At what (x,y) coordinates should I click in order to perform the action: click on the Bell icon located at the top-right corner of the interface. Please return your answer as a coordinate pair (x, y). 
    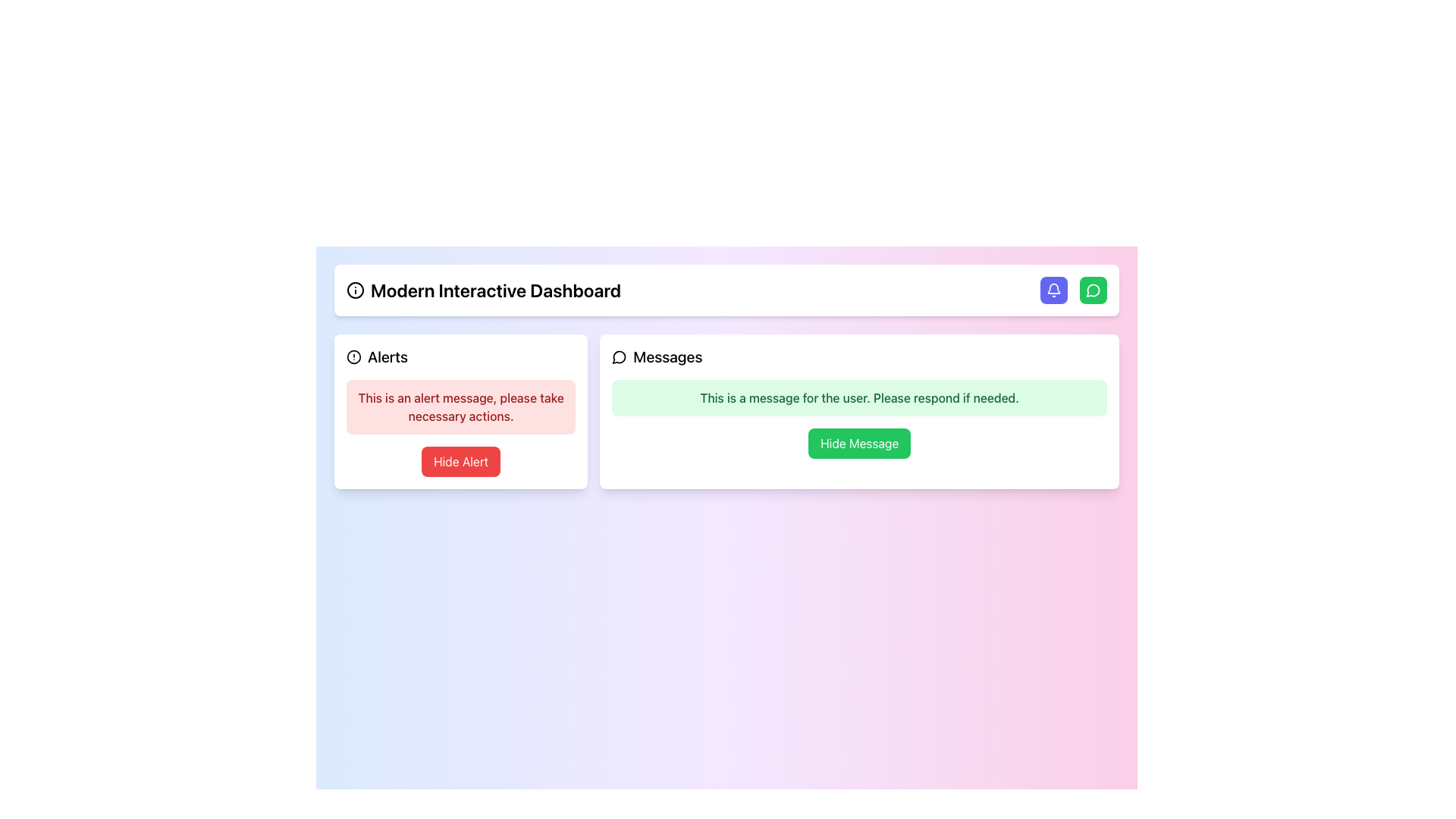
    Looking at the image, I should click on (1053, 290).